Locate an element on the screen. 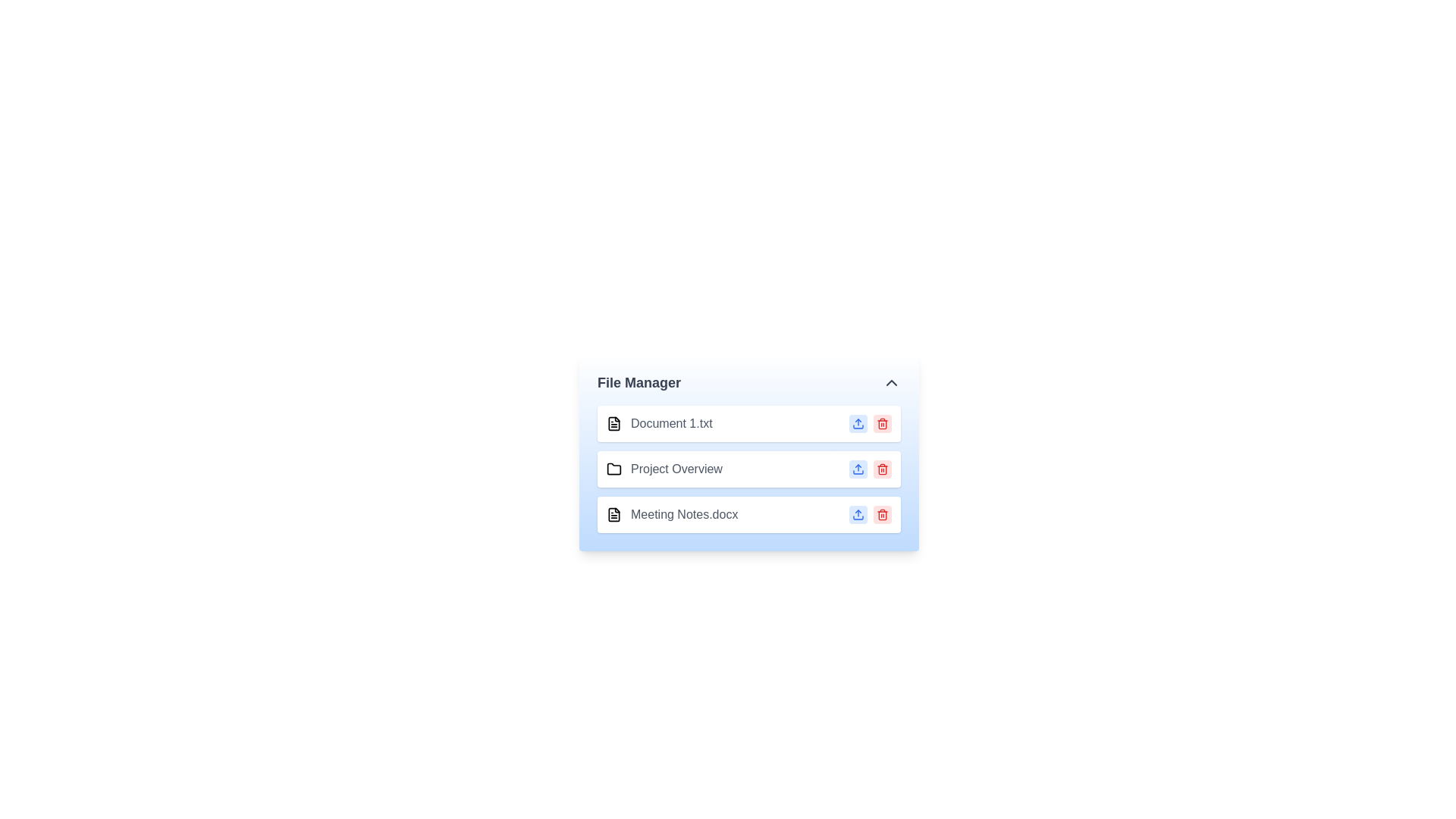 The width and height of the screenshot is (1456, 819). the item Meeting Notes.docx from the list is located at coordinates (671, 513).